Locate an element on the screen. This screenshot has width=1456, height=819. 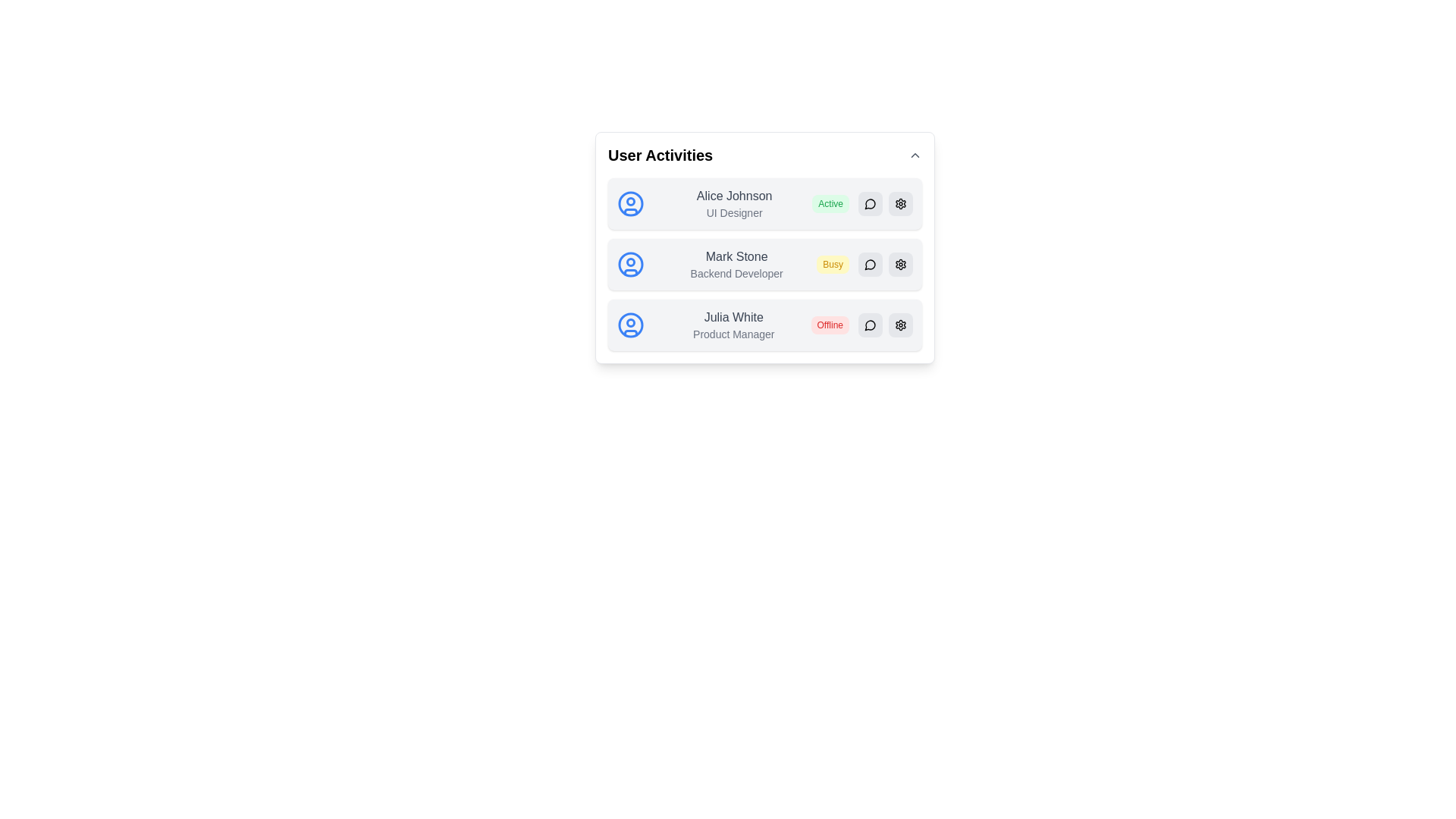
the user icon represented as a filled circle with a blue outline and white interior, located in the 'User Activities' section as the second user item in a vertical list is located at coordinates (630, 262).